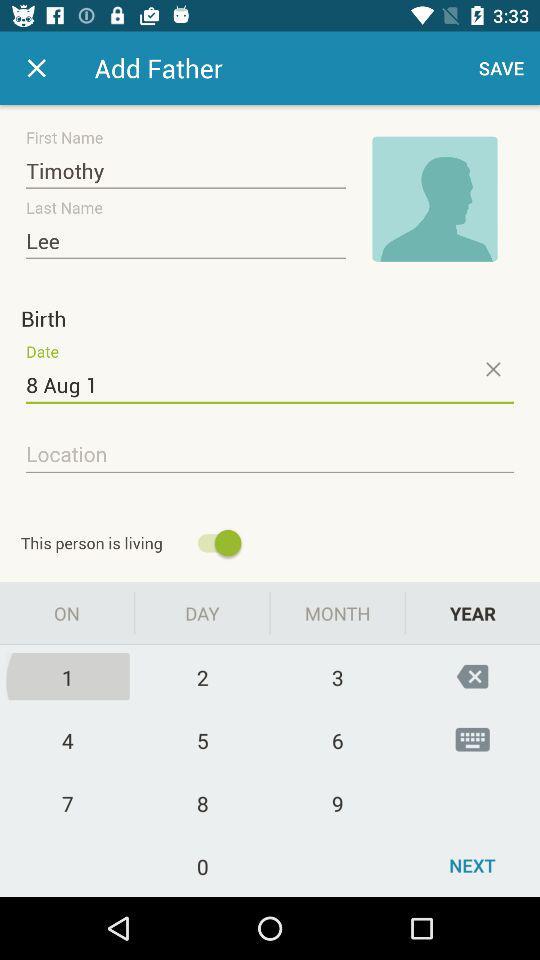 Image resolution: width=540 pixels, height=960 pixels. Describe the element at coordinates (491, 368) in the screenshot. I see `closing icon` at that location.